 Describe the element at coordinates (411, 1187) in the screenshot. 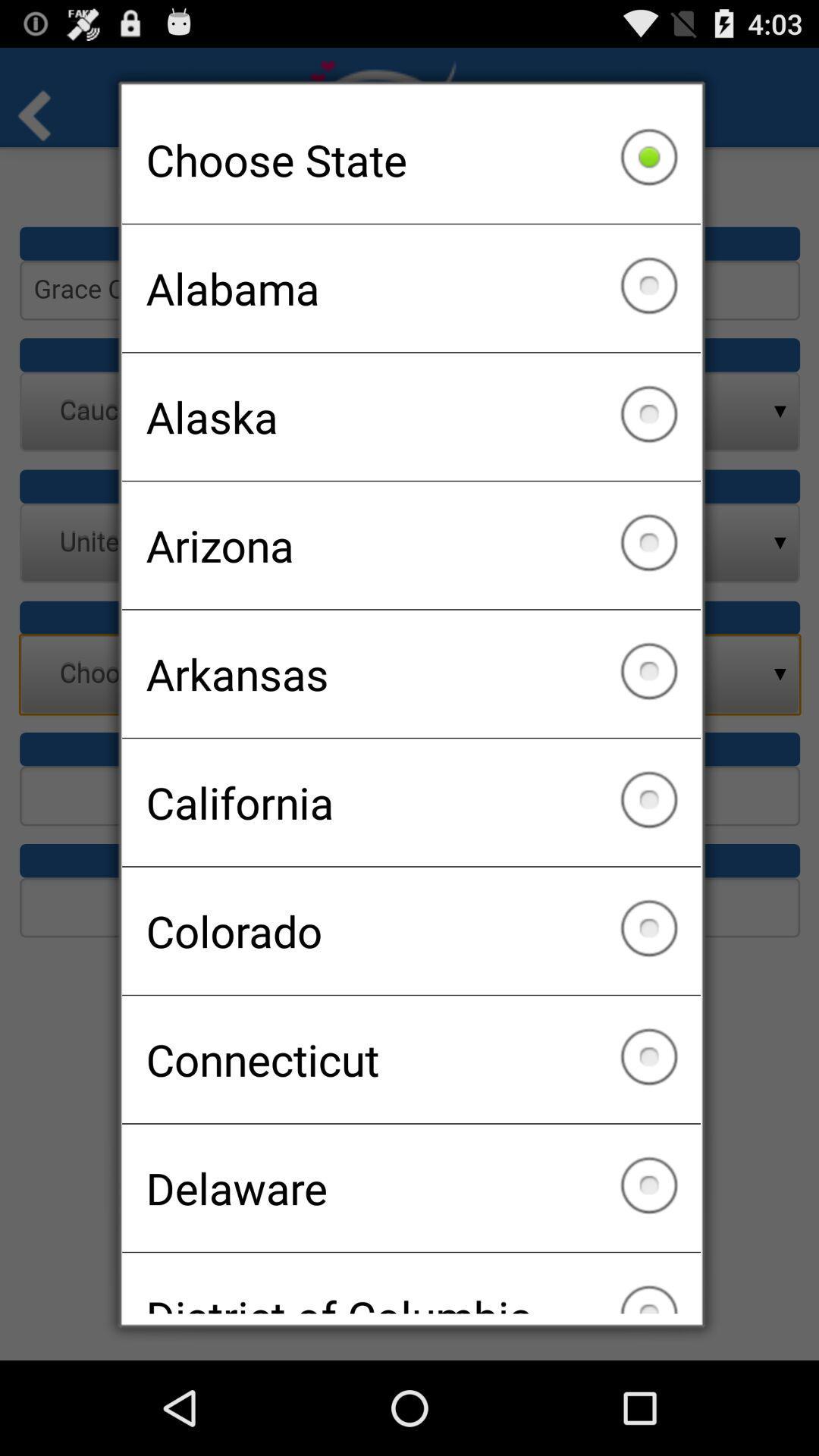

I see `delaware` at that location.